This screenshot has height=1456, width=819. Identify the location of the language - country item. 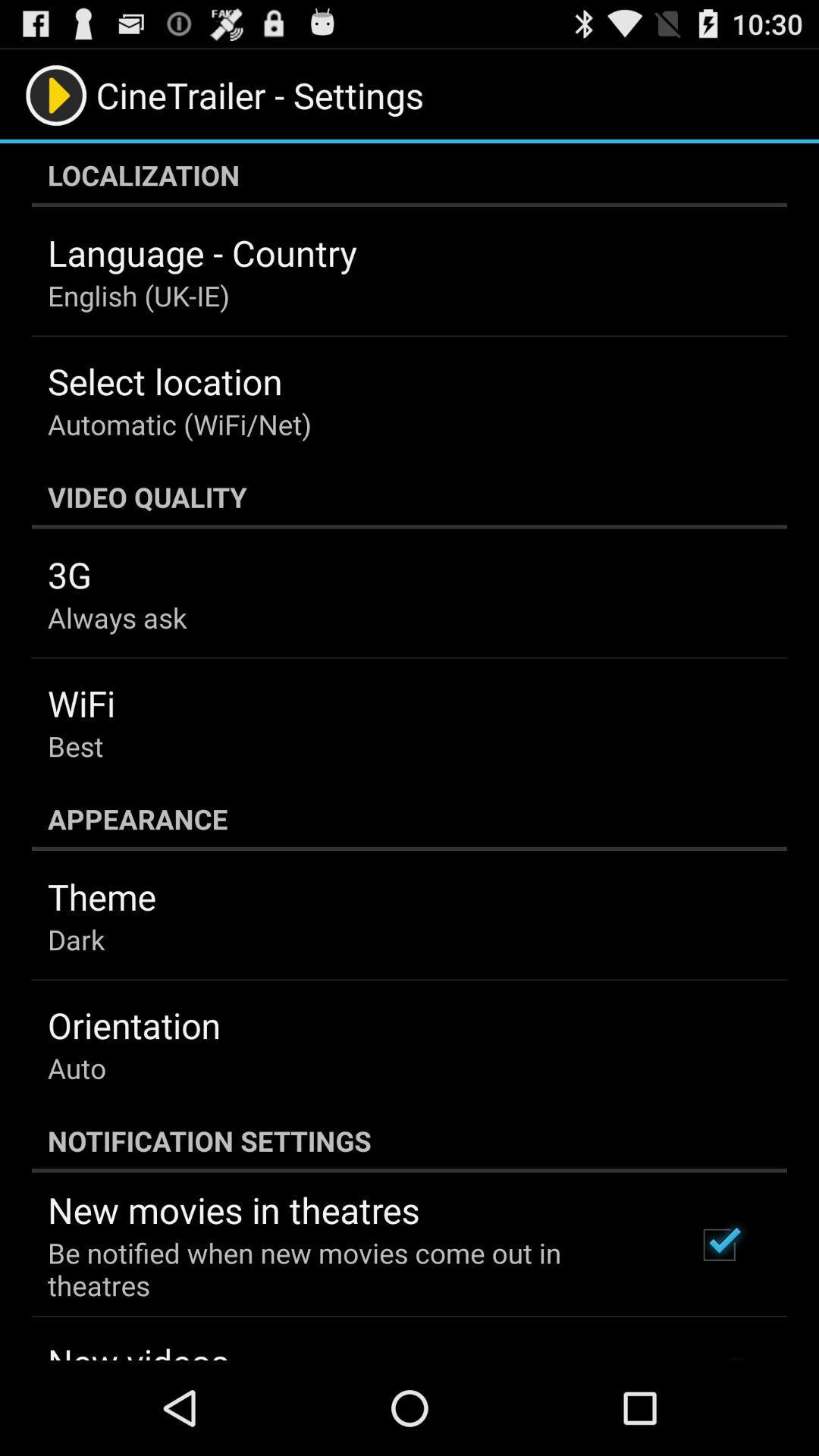
(201, 253).